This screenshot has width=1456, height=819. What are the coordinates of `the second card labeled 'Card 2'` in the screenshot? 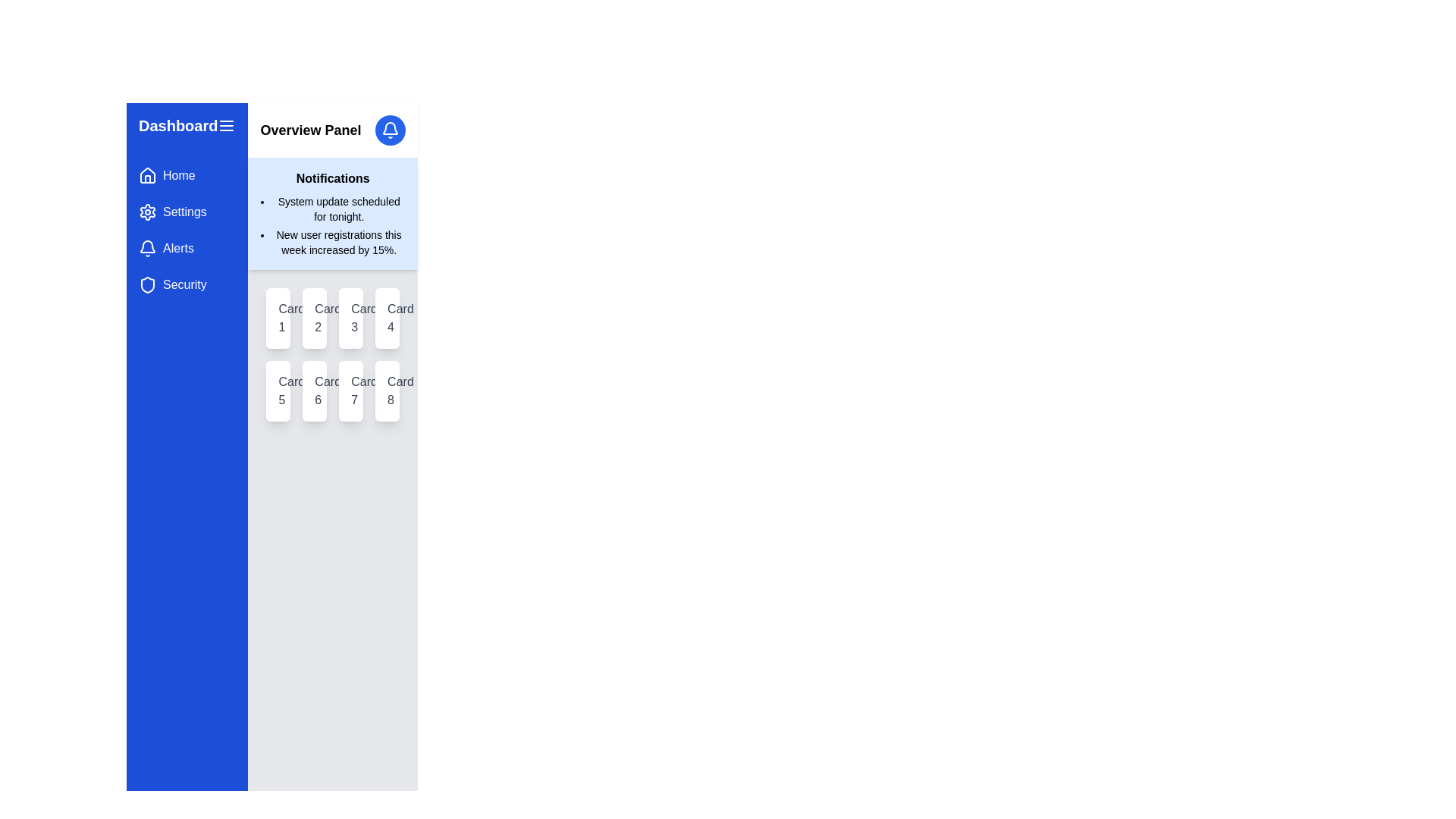 It's located at (313, 318).